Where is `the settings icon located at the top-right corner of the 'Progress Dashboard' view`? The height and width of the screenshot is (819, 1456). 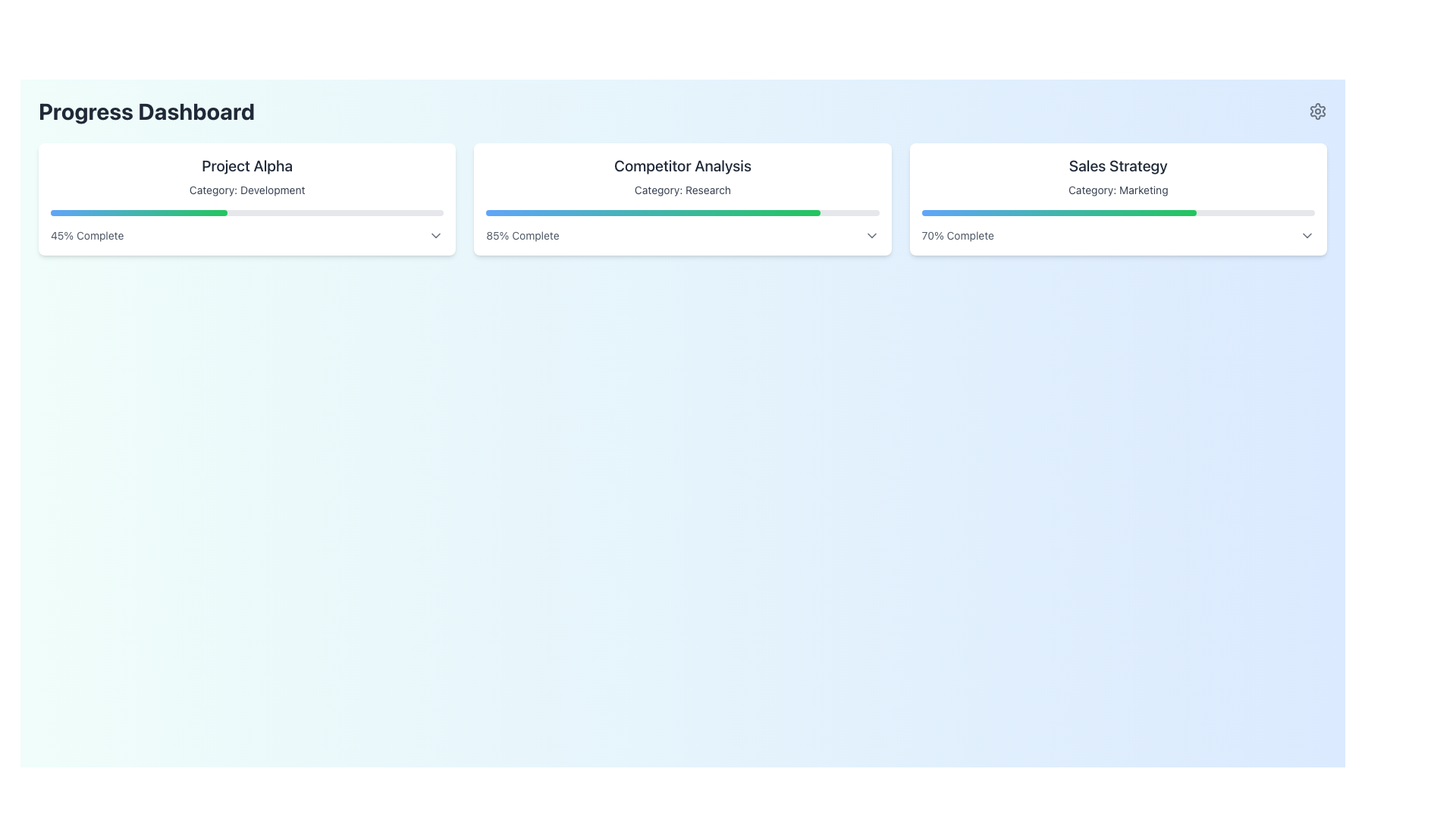 the settings icon located at the top-right corner of the 'Progress Dashboard' view is located at coordinates (1316, 110).